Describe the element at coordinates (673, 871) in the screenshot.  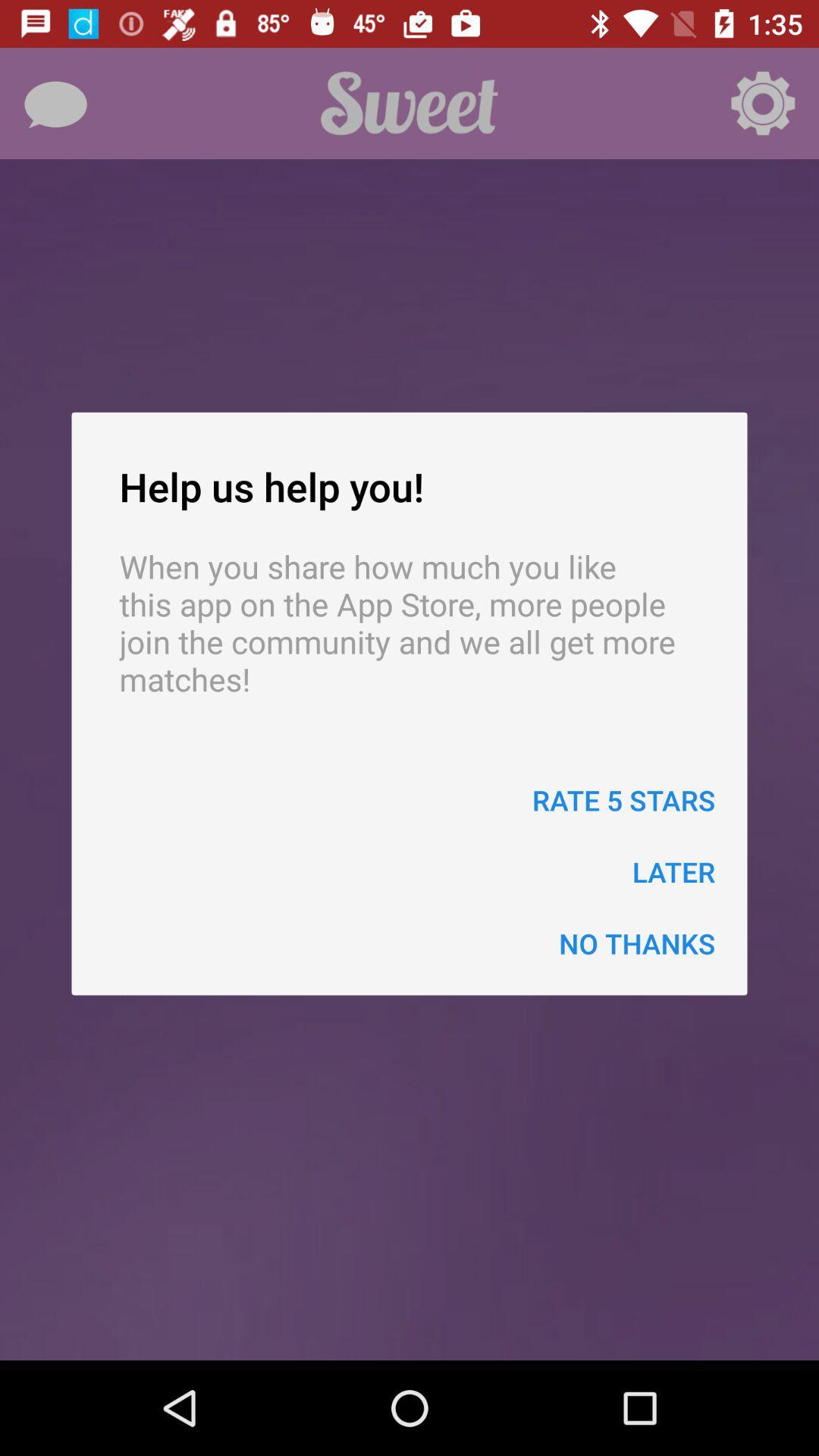
I see `the item below the rate 5 stars` at that location.